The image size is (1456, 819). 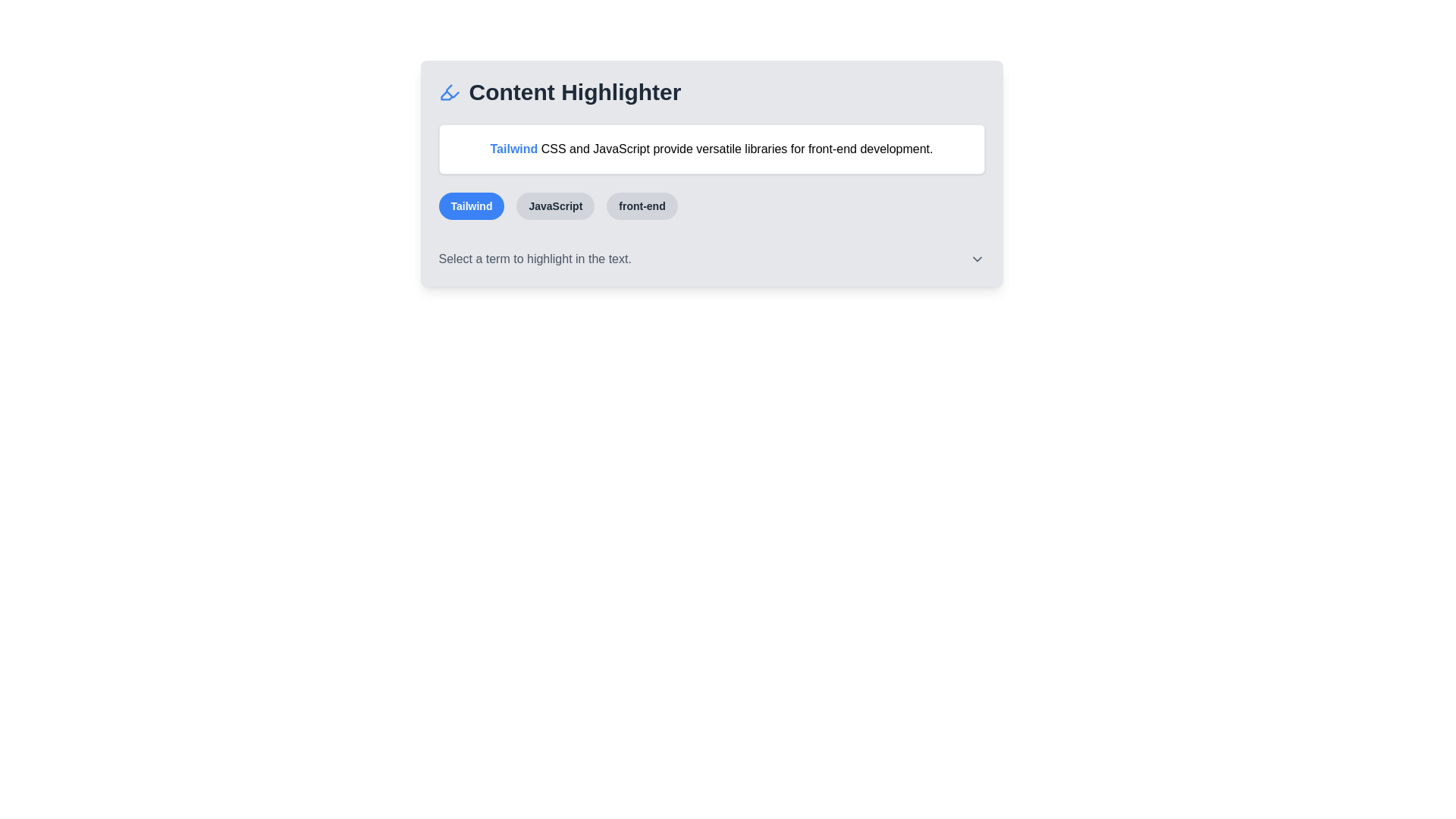 What do you see at coordinates (535, 259) in the screenshot?
I see `the static instructional text positioned at the center of the lower portion of the content area, which provides guidance to the user` at bounding box center [535, 259].